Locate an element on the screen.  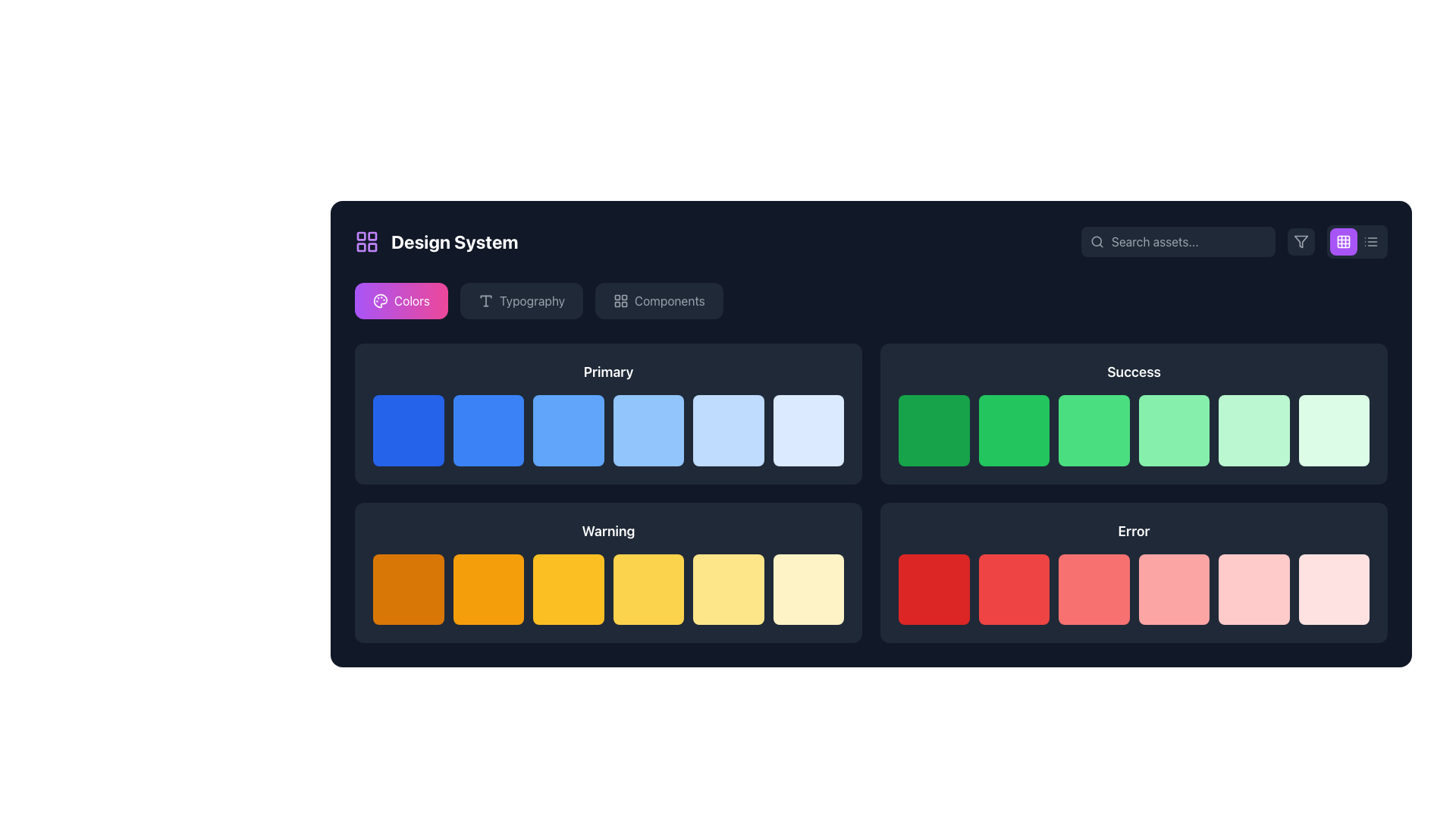
the interactive color option tile located second from the left in the top row of the 'Success' section is located at coordinates (933, 430).